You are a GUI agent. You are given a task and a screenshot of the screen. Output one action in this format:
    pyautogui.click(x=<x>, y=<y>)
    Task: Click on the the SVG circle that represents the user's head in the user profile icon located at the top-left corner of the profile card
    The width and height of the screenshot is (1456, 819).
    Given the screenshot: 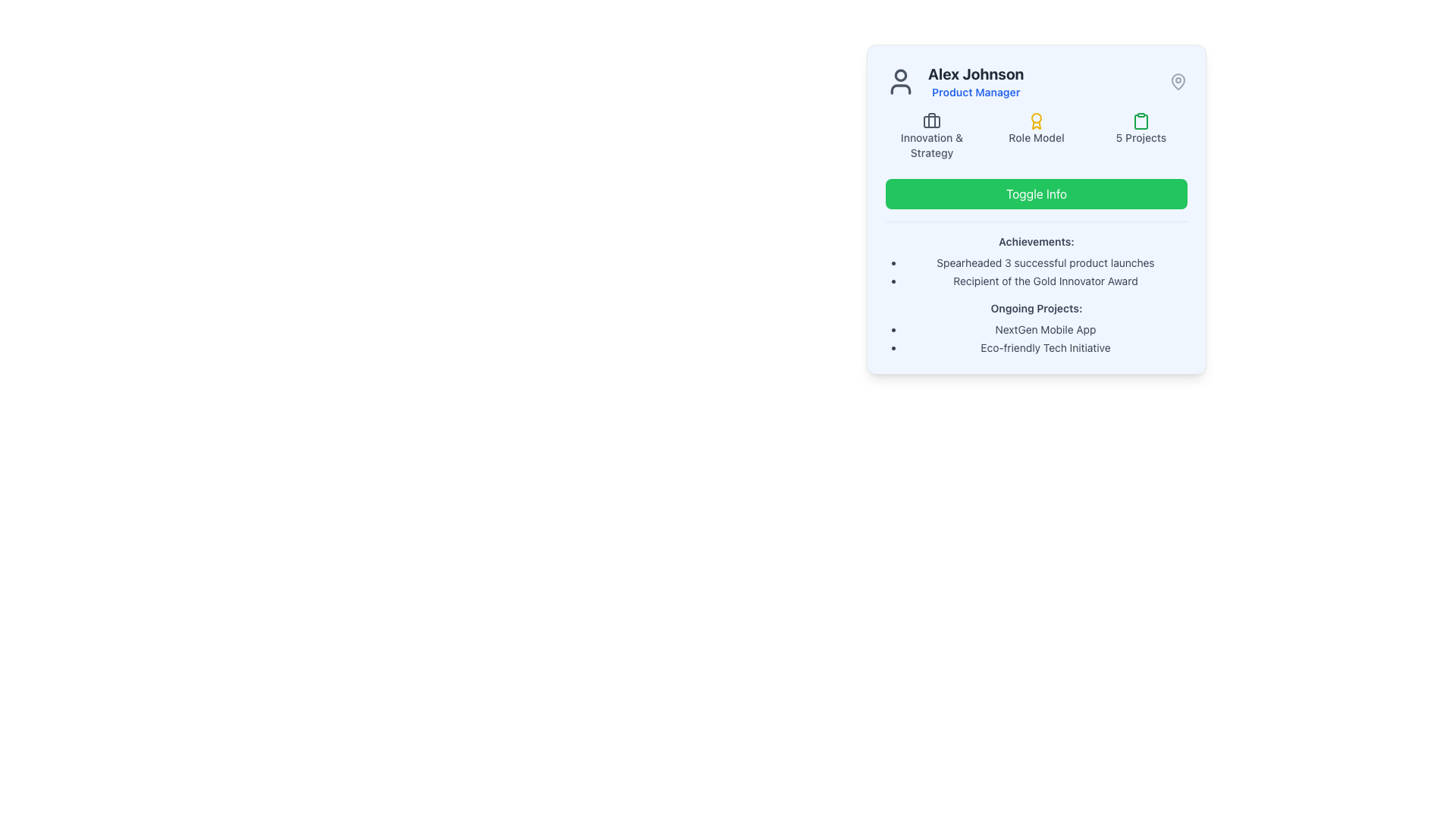 What is the action you would take?
    pyautogui.click(x=901, y=75)
    